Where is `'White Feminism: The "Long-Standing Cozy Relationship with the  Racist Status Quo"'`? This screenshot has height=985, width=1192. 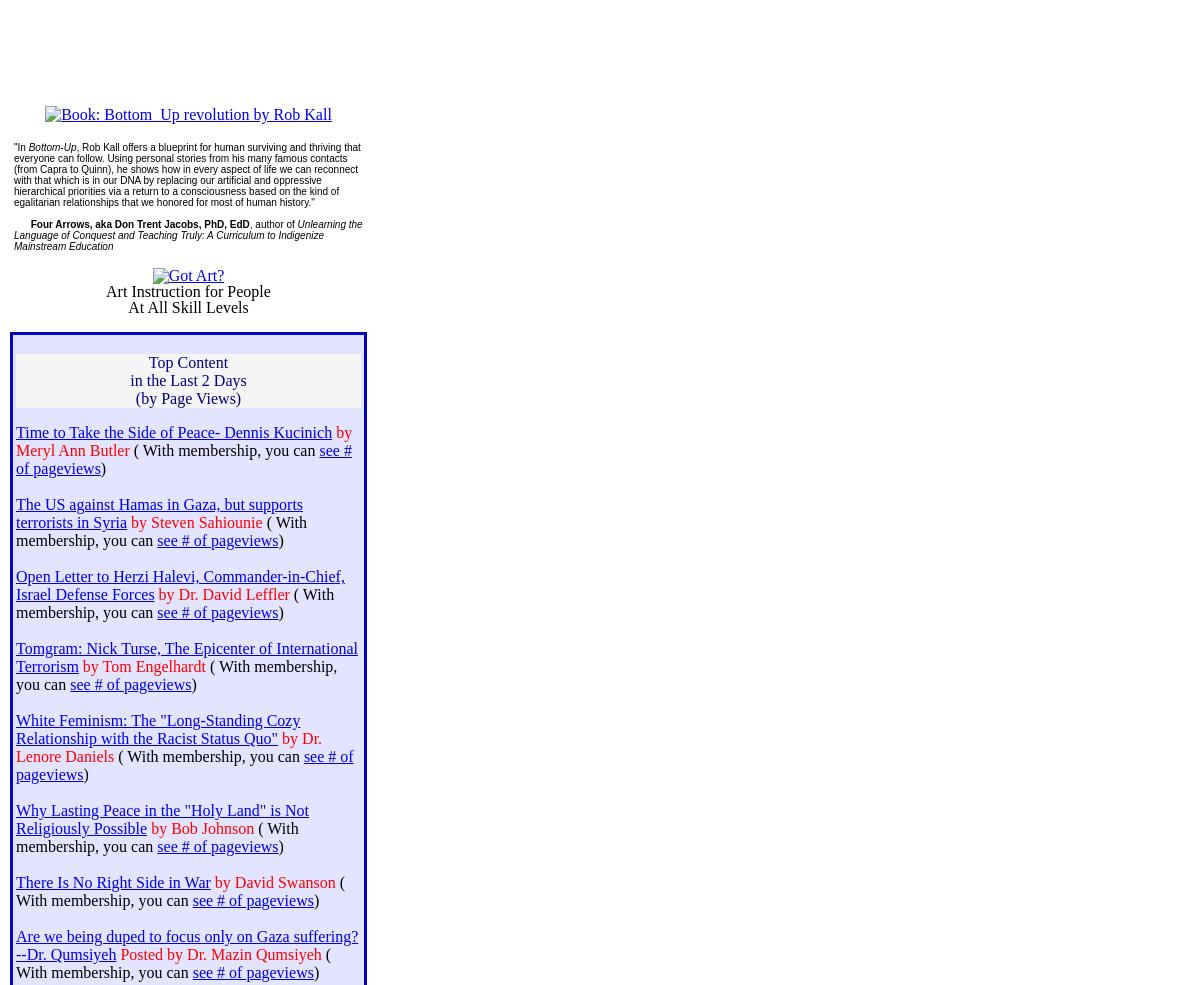 'White Feminism: The "Long-Standing Cozy Relationship with the  Racist Status Quo"' is located at coordinates (157, 729).